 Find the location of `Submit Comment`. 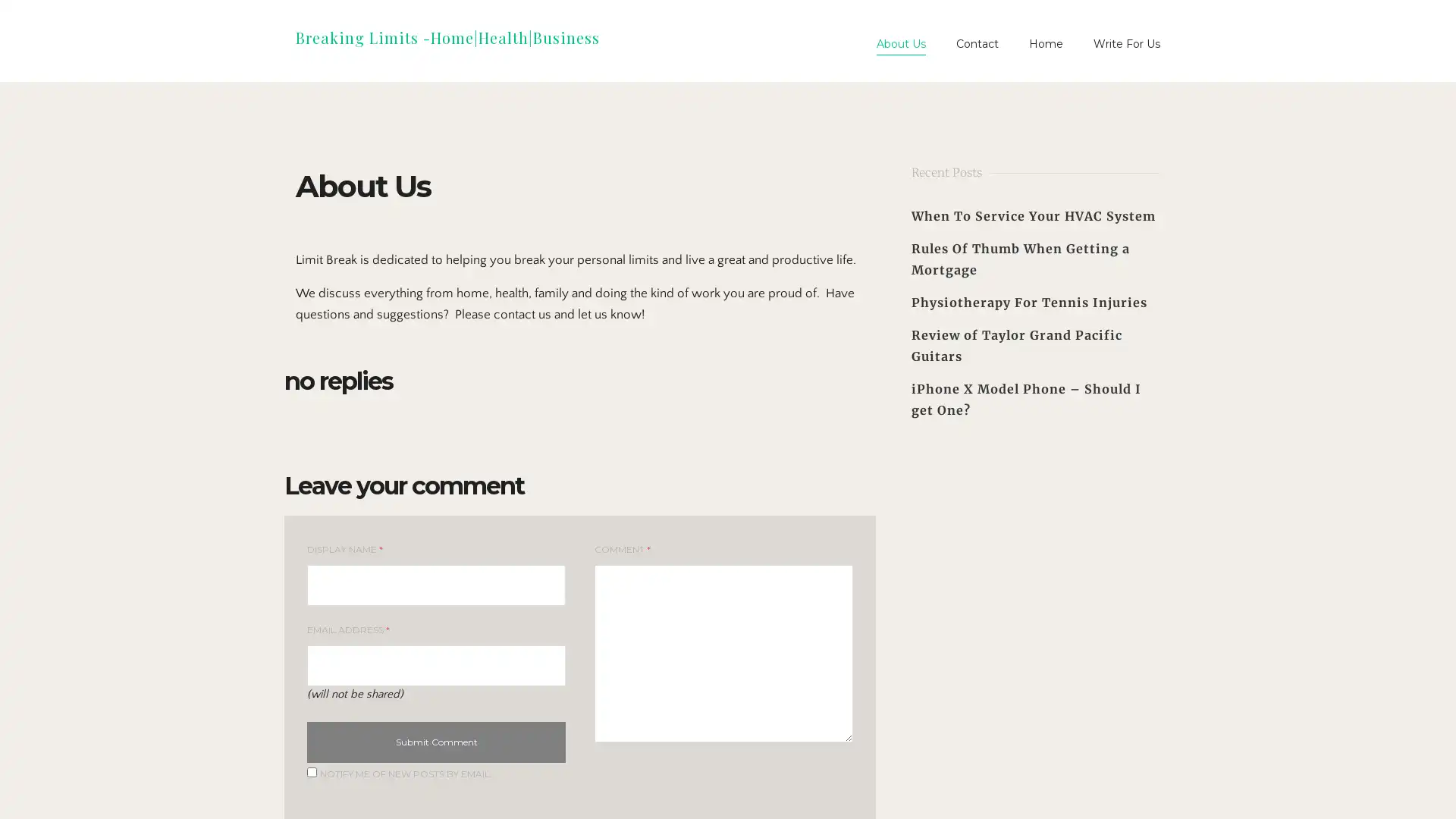

Submit Comment is located at coordinates (435, 742).